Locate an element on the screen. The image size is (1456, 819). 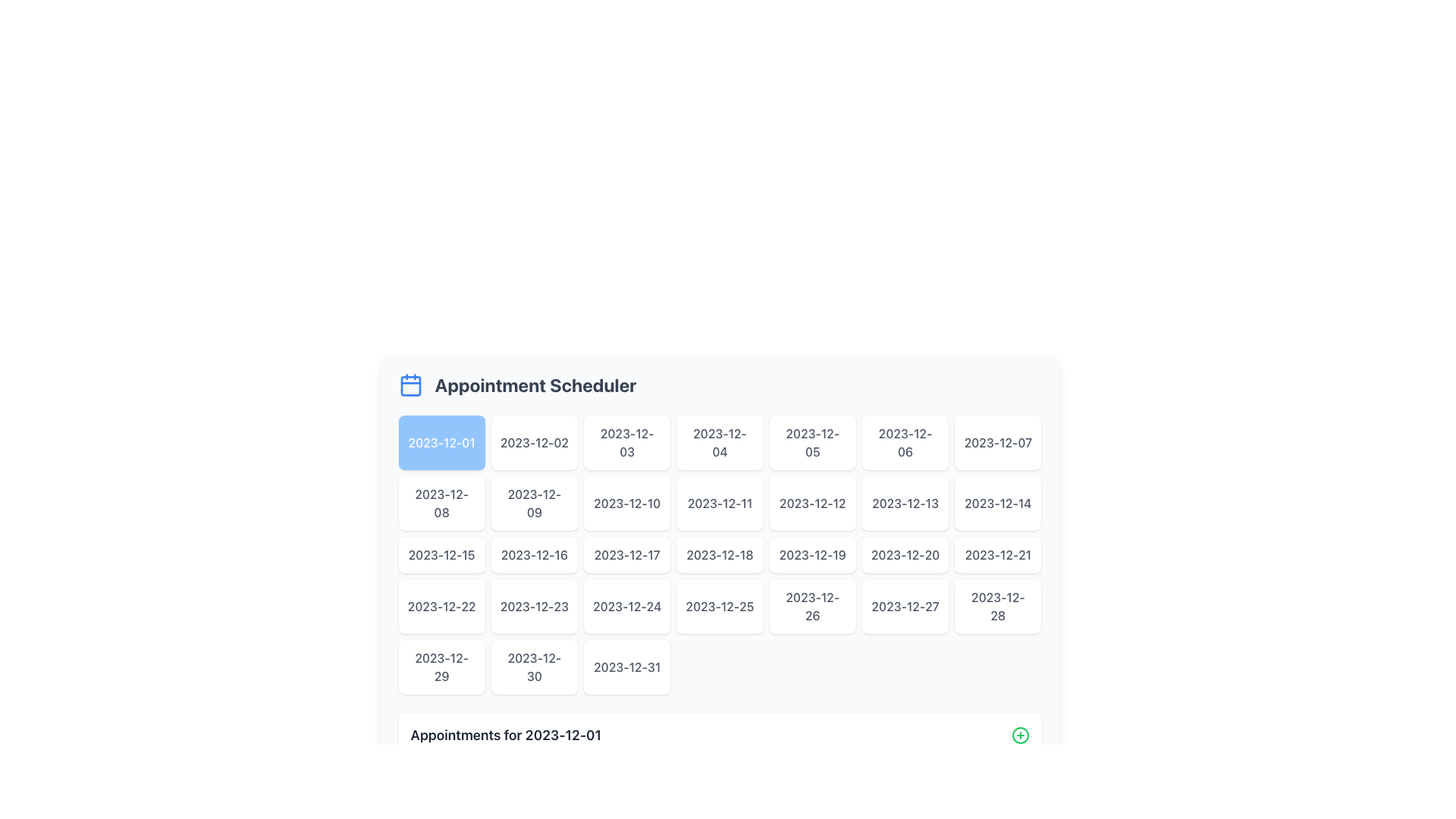
the button labeled '2023-12-25' in the Appointment Scheduler interface is located at coordinates (719, 605).